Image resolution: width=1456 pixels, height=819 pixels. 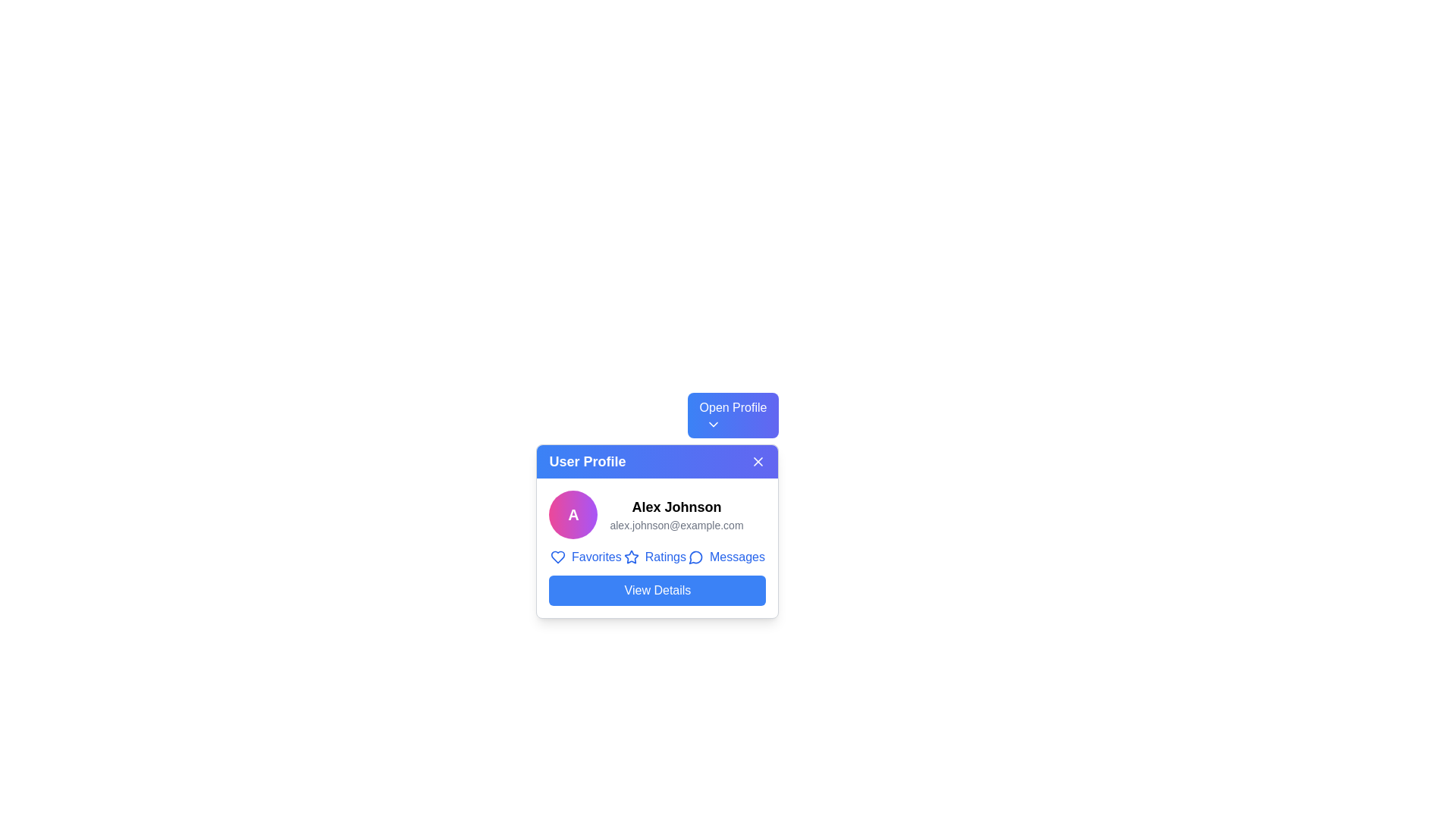 I want to click on the 'Messages' text link, which is styled in blue and located in the 'User Profile' section to the right of the 'Ratings' option, so click(x=737, y=557).